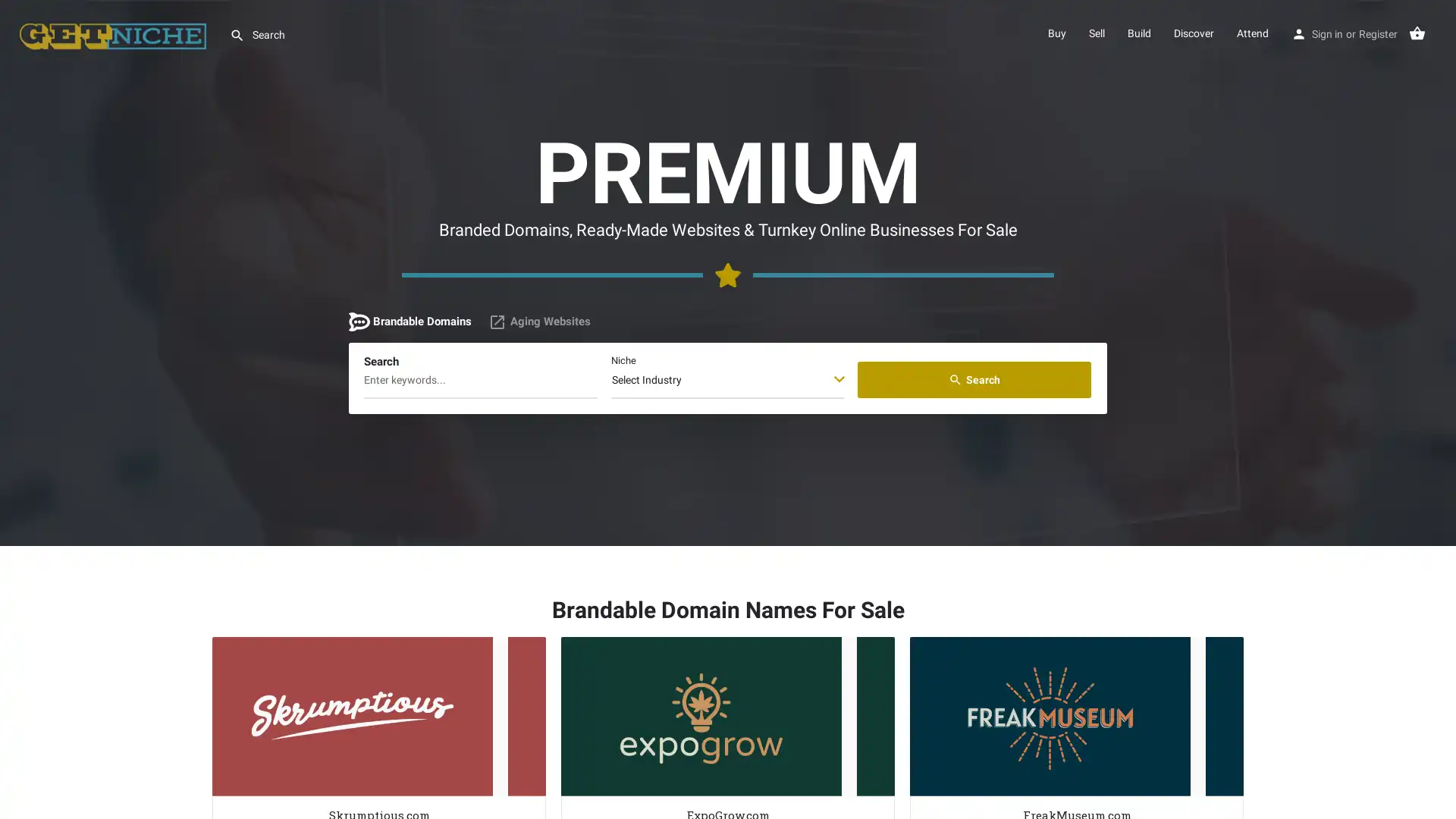 The image size is (1456, 819). What do you see at coordinates (974, 379) in the screenshot?
I see `search Search` at bounding box center [974, 379].